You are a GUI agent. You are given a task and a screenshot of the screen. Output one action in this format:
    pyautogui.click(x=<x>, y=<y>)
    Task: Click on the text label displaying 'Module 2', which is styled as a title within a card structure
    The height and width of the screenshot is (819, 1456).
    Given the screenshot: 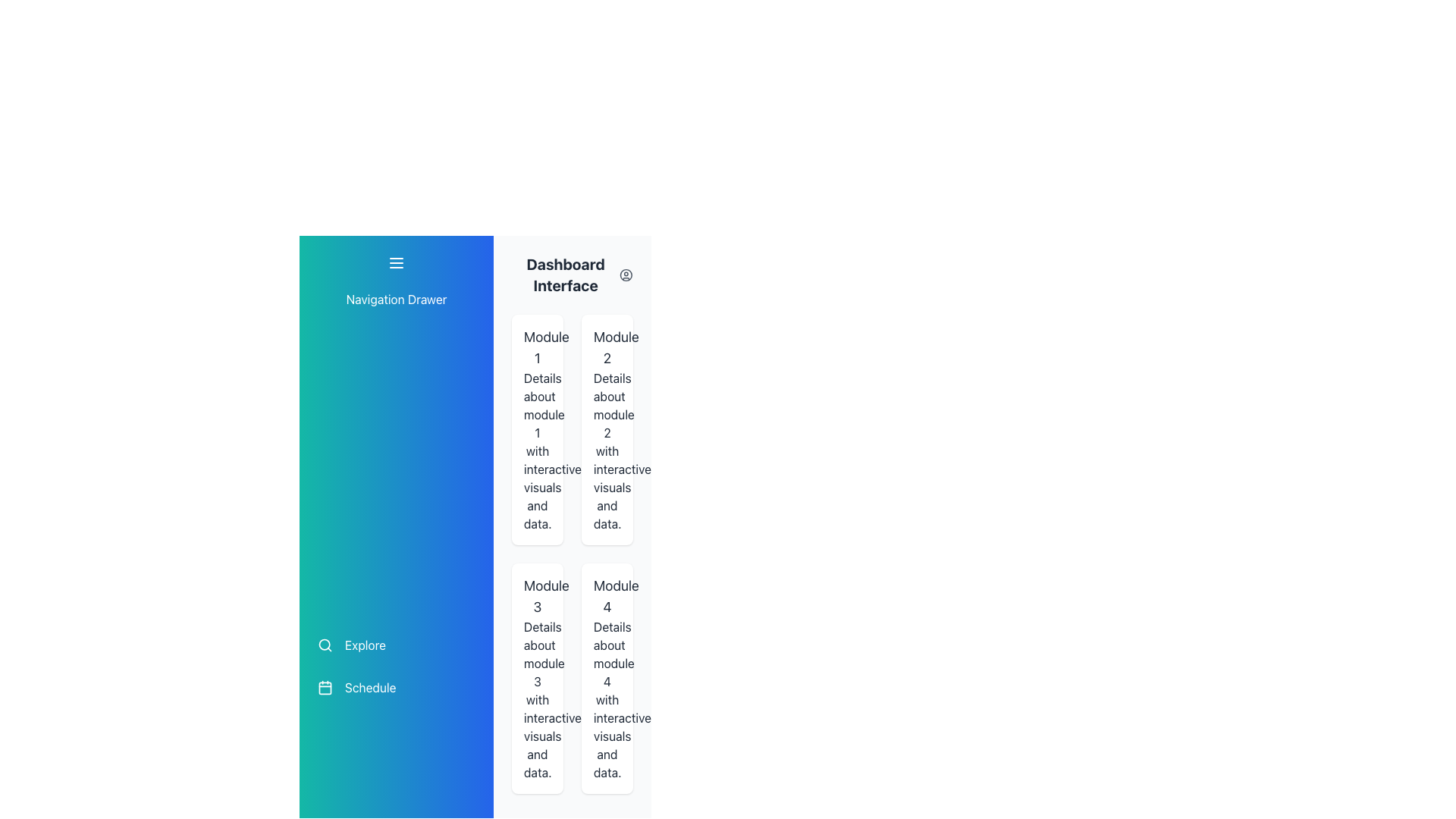 What is the action you would take?
    pyautogui.click(x=607, y=348)
    